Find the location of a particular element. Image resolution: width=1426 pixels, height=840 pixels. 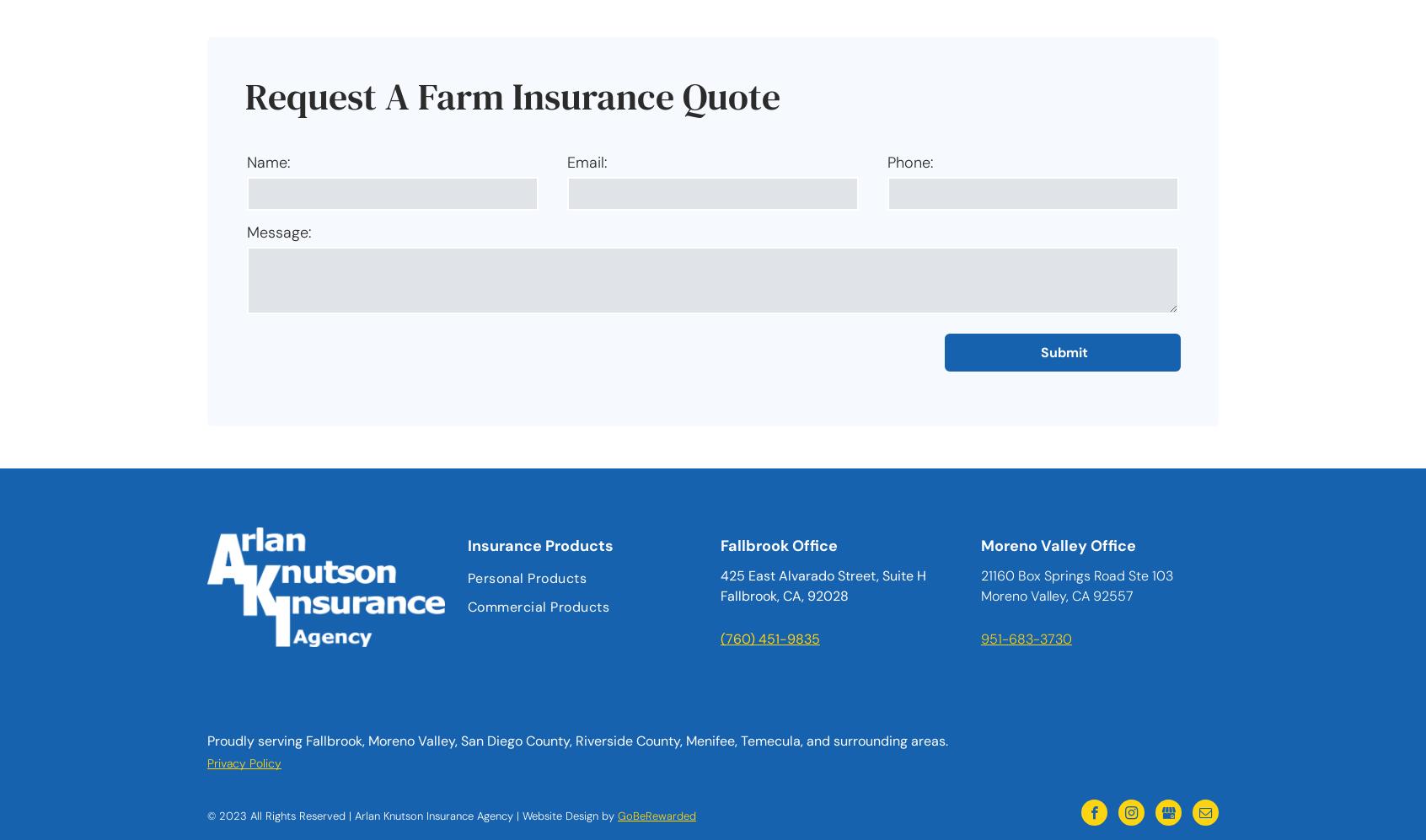

'© 2023' is located at coordinates (228, 815).